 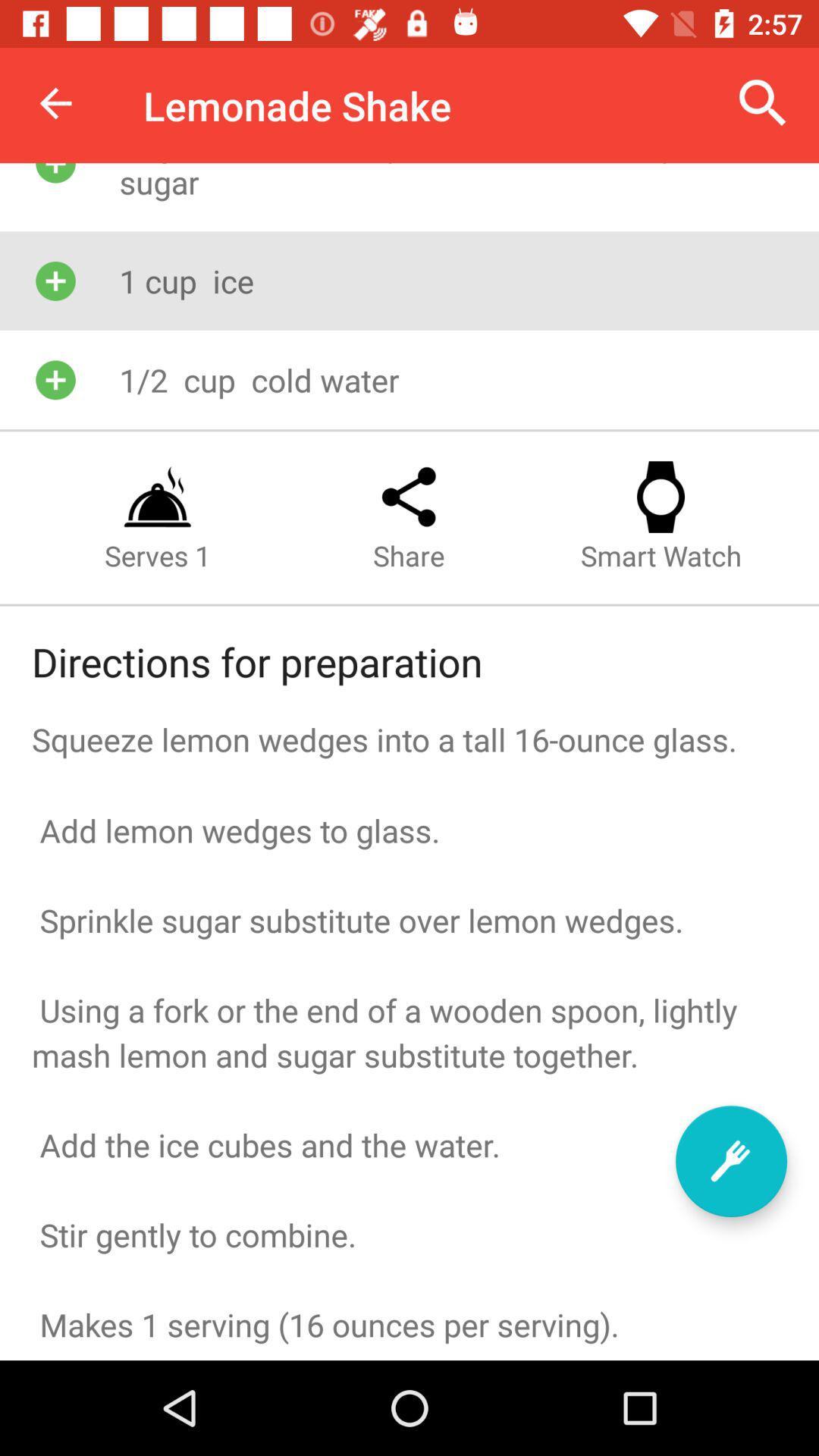 What do you see at coordinates (730, 1160) in the screenshot?
I see `the edit icon` at bounding box center [730, 1160].